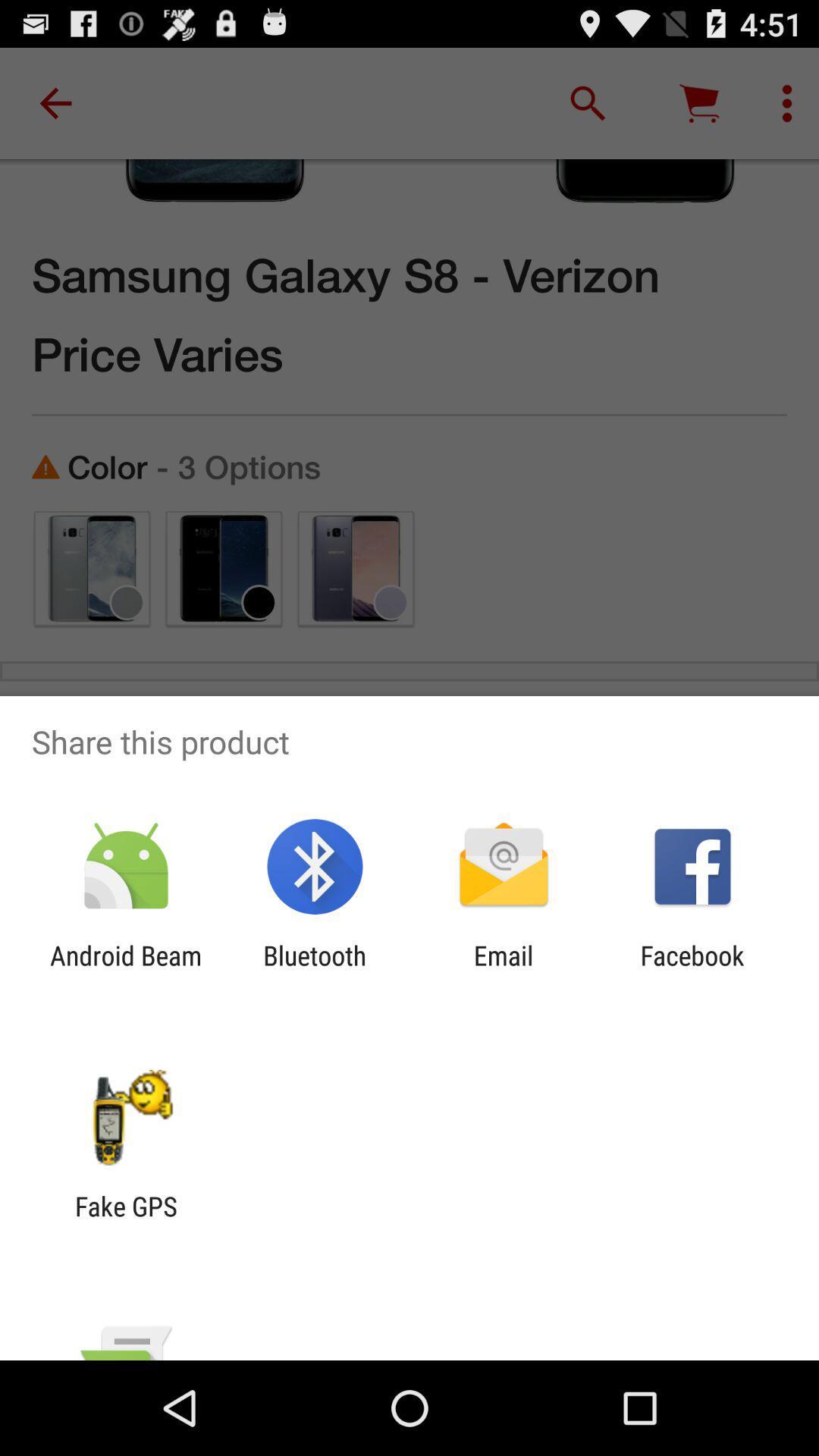 The image size is (819, 1456). What do you see at coordinates (125, 971) in the screenshot?
I see `app next to bluetooth icon` at bounding box center [125, 971].